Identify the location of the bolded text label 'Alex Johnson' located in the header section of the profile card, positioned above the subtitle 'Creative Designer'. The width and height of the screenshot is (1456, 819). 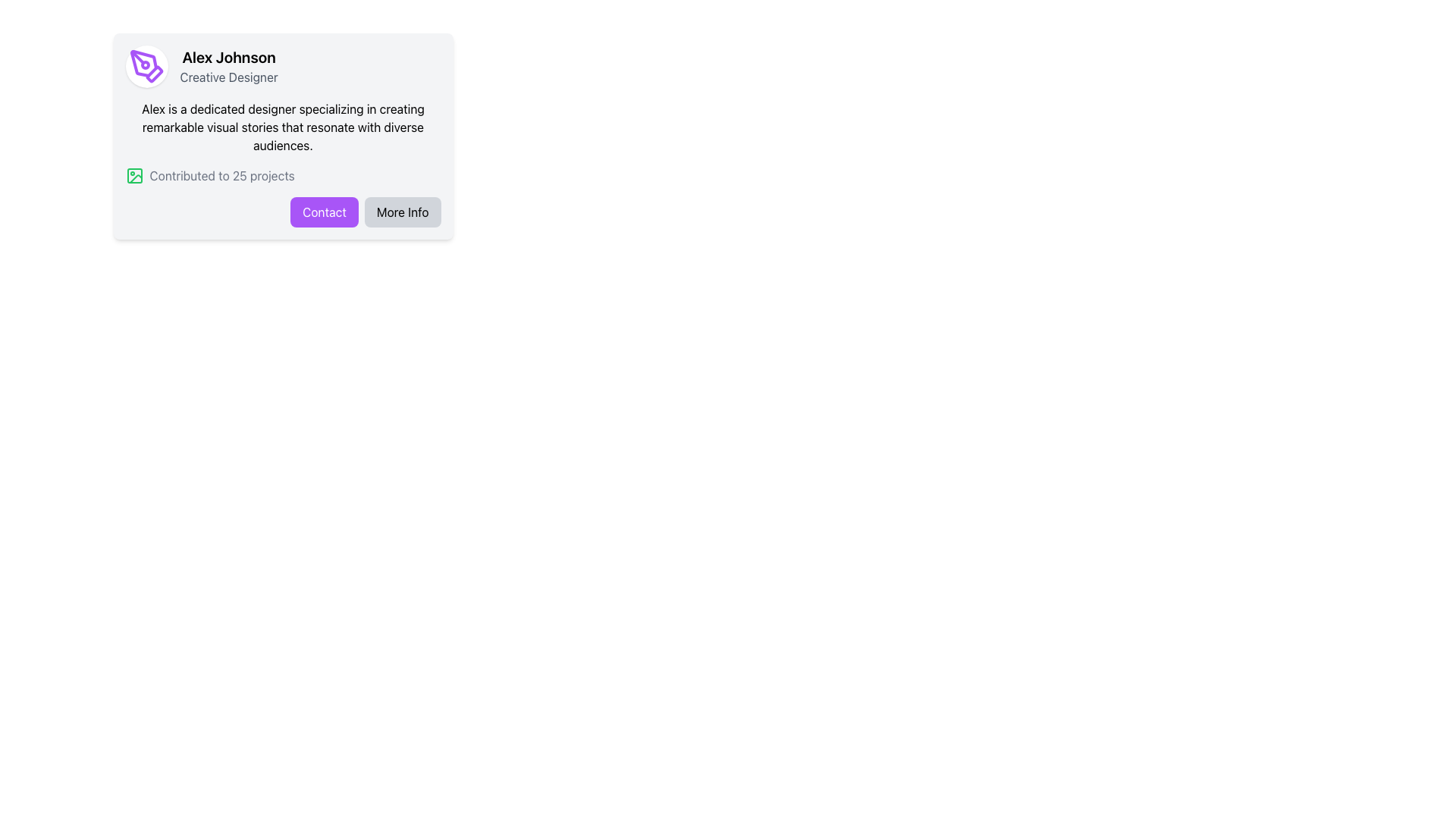
(228, 57).